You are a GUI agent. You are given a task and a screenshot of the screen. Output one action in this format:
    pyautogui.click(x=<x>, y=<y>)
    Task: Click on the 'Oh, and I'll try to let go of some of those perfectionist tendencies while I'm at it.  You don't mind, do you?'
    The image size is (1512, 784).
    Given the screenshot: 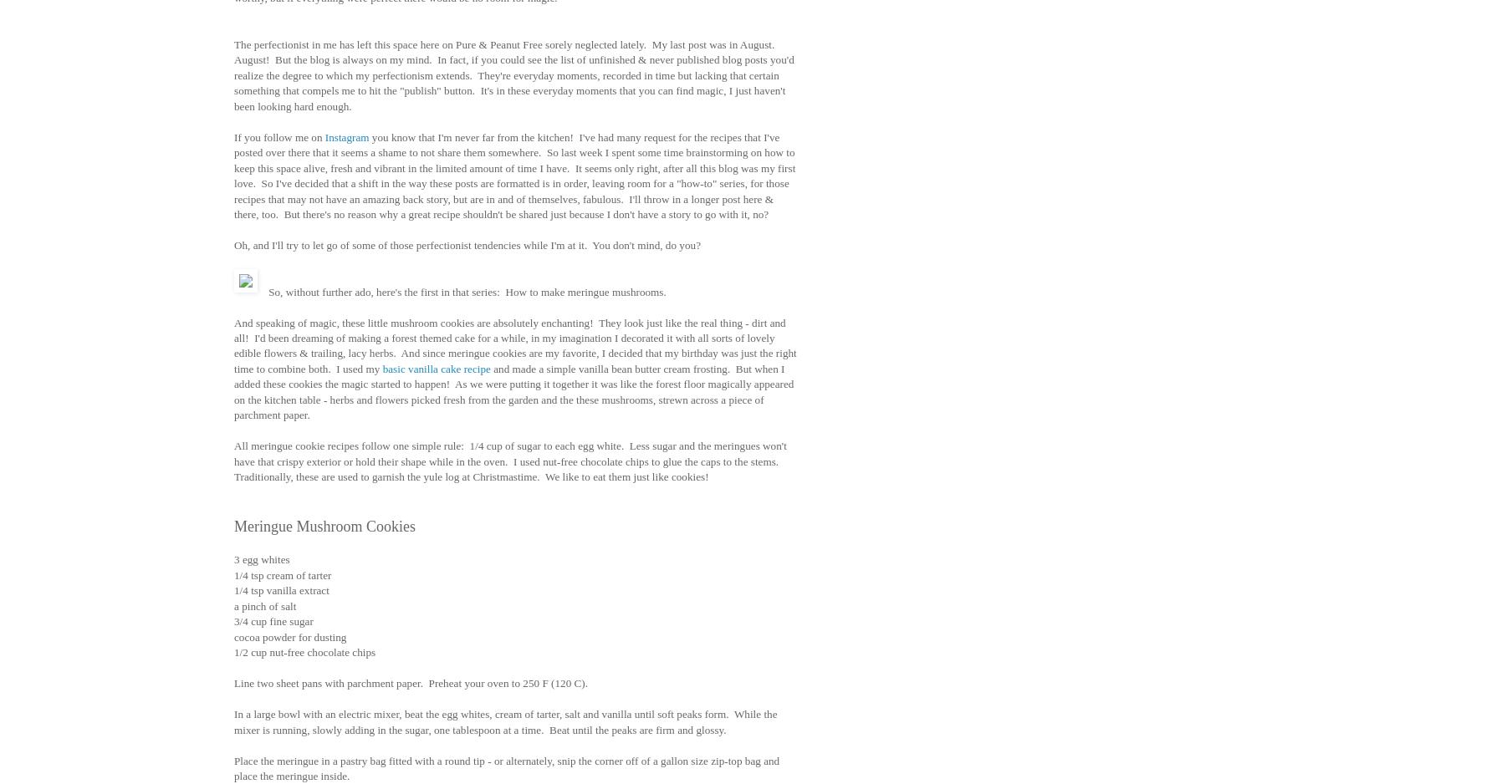 What is the action you would take?
    pyautogui.click(x=466, y=245)
    